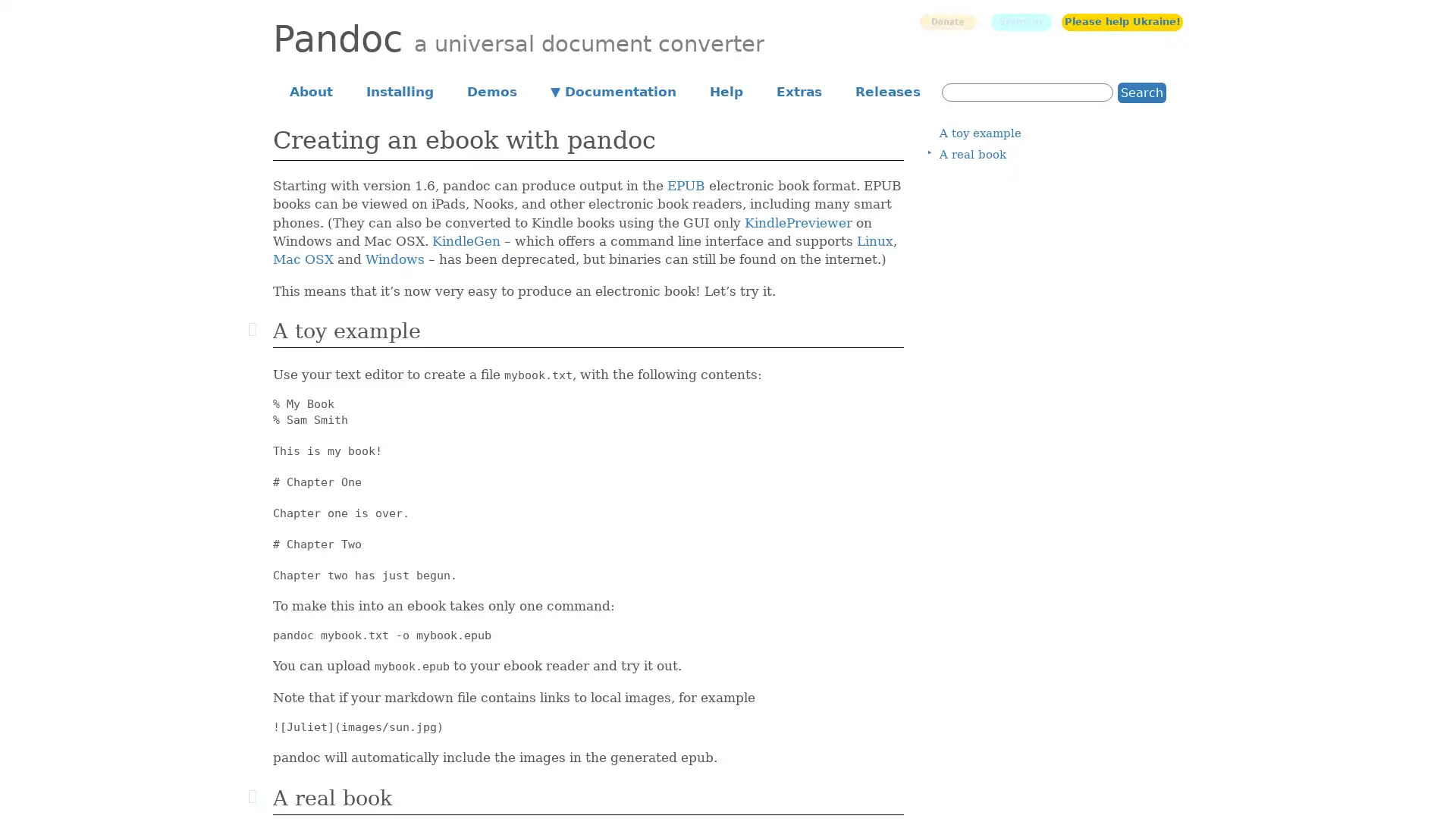 The height and width of the screenshot is (819, 1456). What do you see at coordinates (946, 21) in the screenshot?
I see `PayPal - The safer, easier way to pay online!` at bounding box center [946, 21].